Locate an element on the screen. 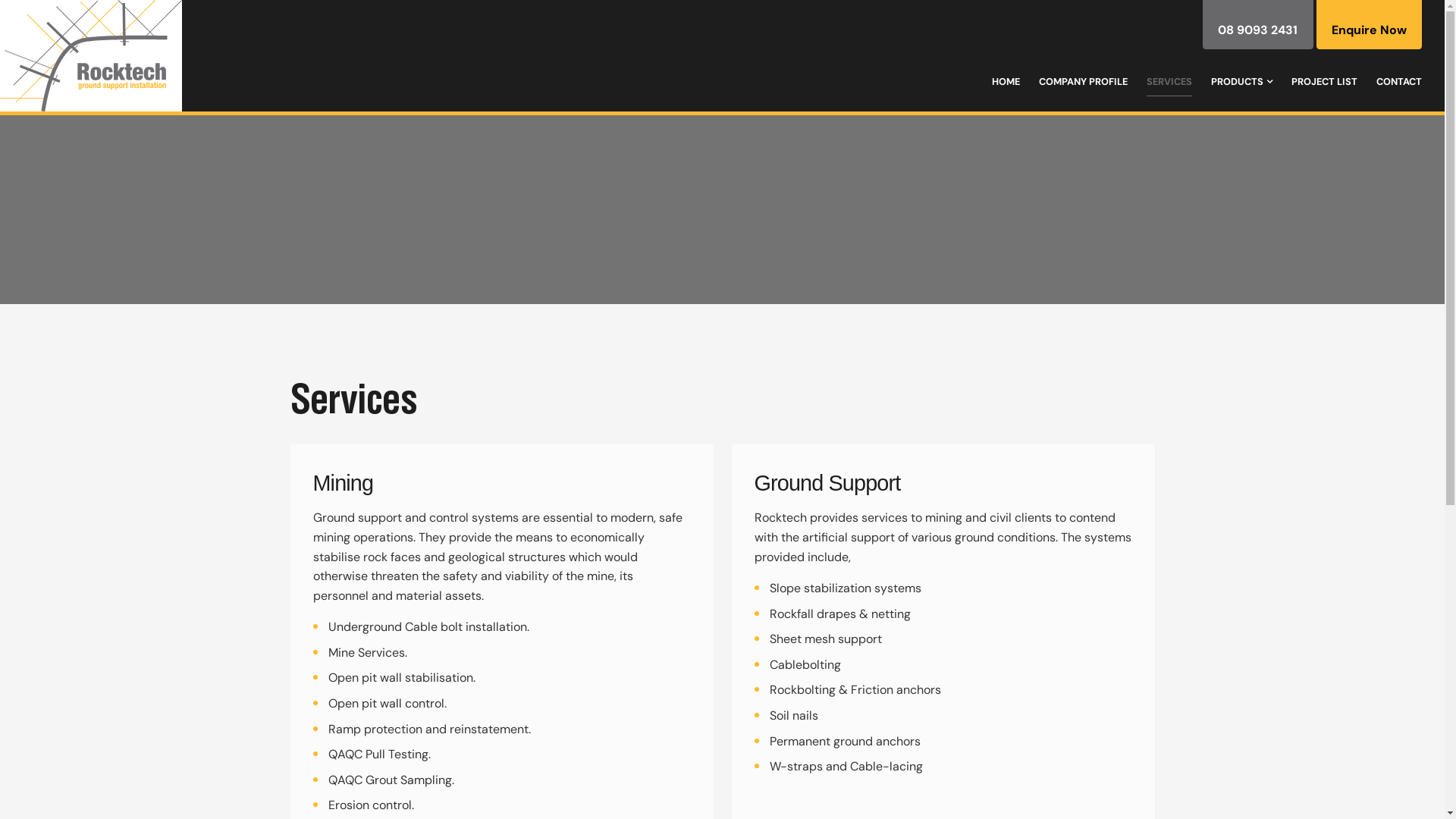  'PRODUCTS' is located at coordinates (1210, 82).